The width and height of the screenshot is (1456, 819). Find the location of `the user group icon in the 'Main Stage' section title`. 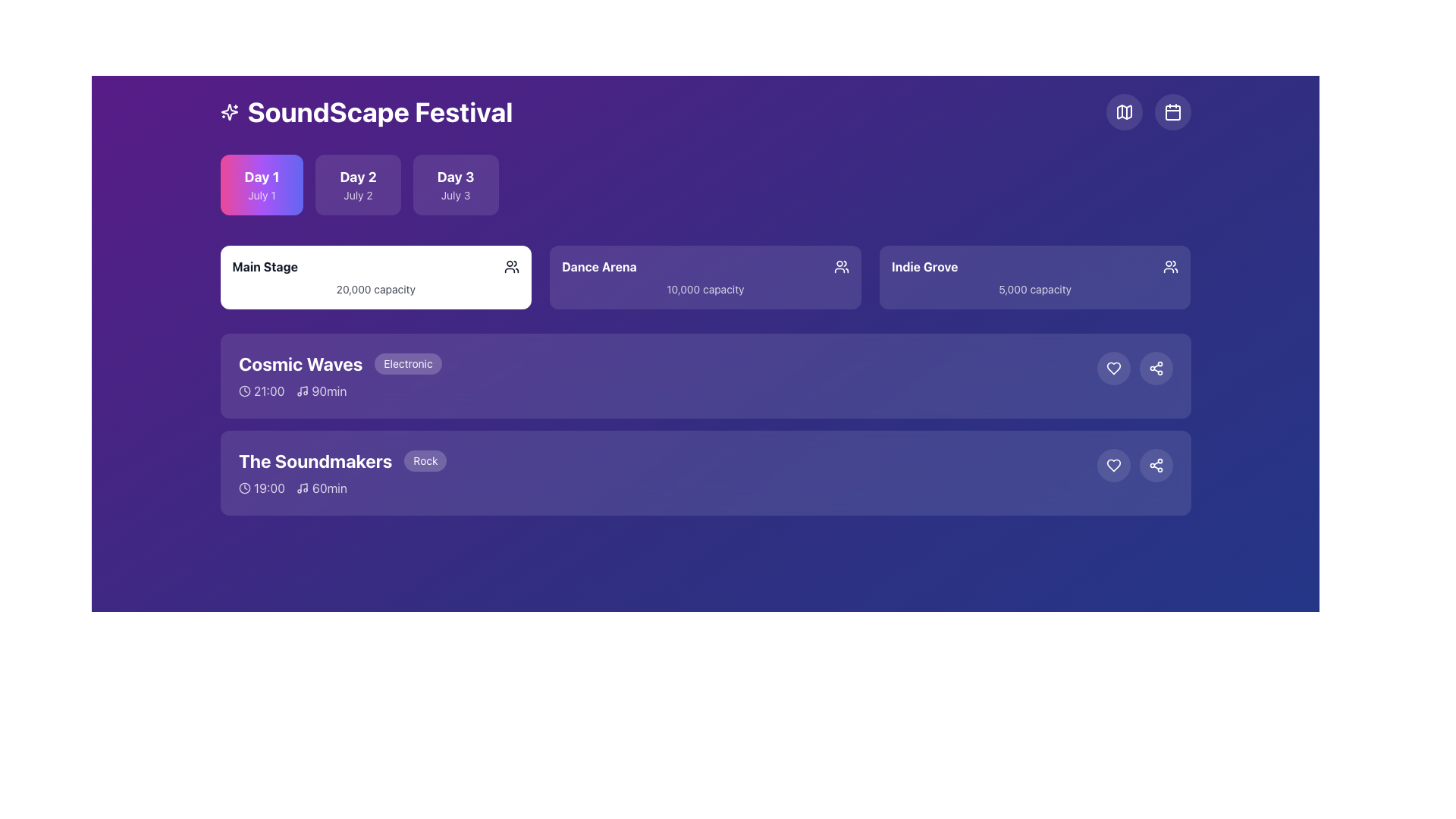

the user group icon in the 'Main Stage' section title is located at coordinates (375, 265).